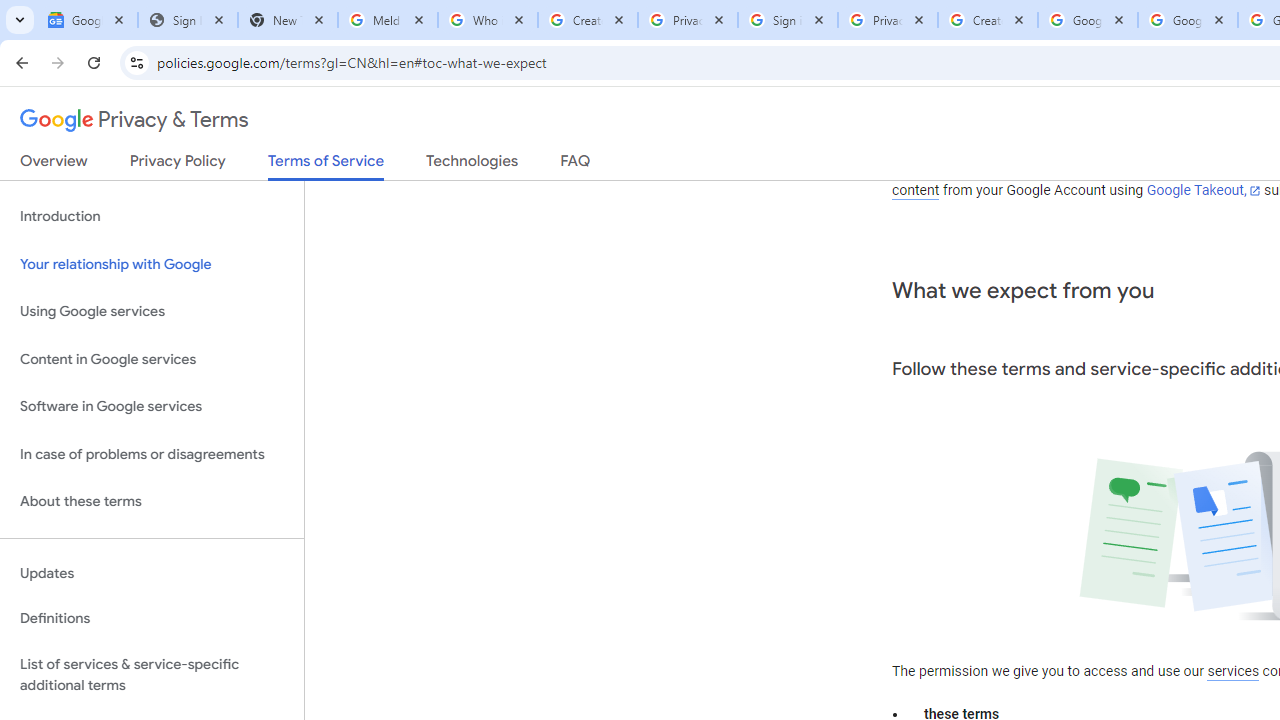 Image resolution: width=1280 pixels, height=720 pixels. Describe the element at coordinates (1232, 671) in the screenshot. I see `'services'` at that location.